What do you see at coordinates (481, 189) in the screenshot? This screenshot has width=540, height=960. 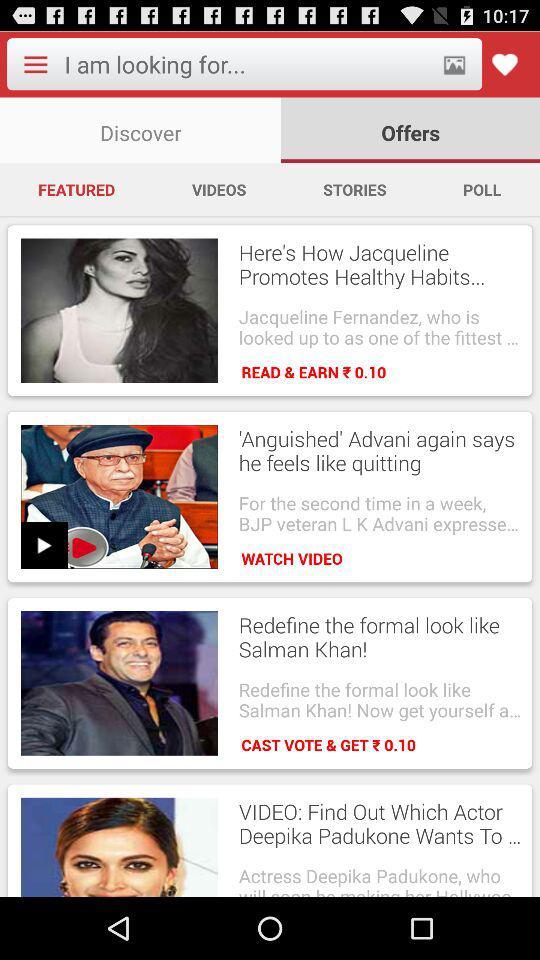 I see `the poll app` at bounding box center [481, 189].